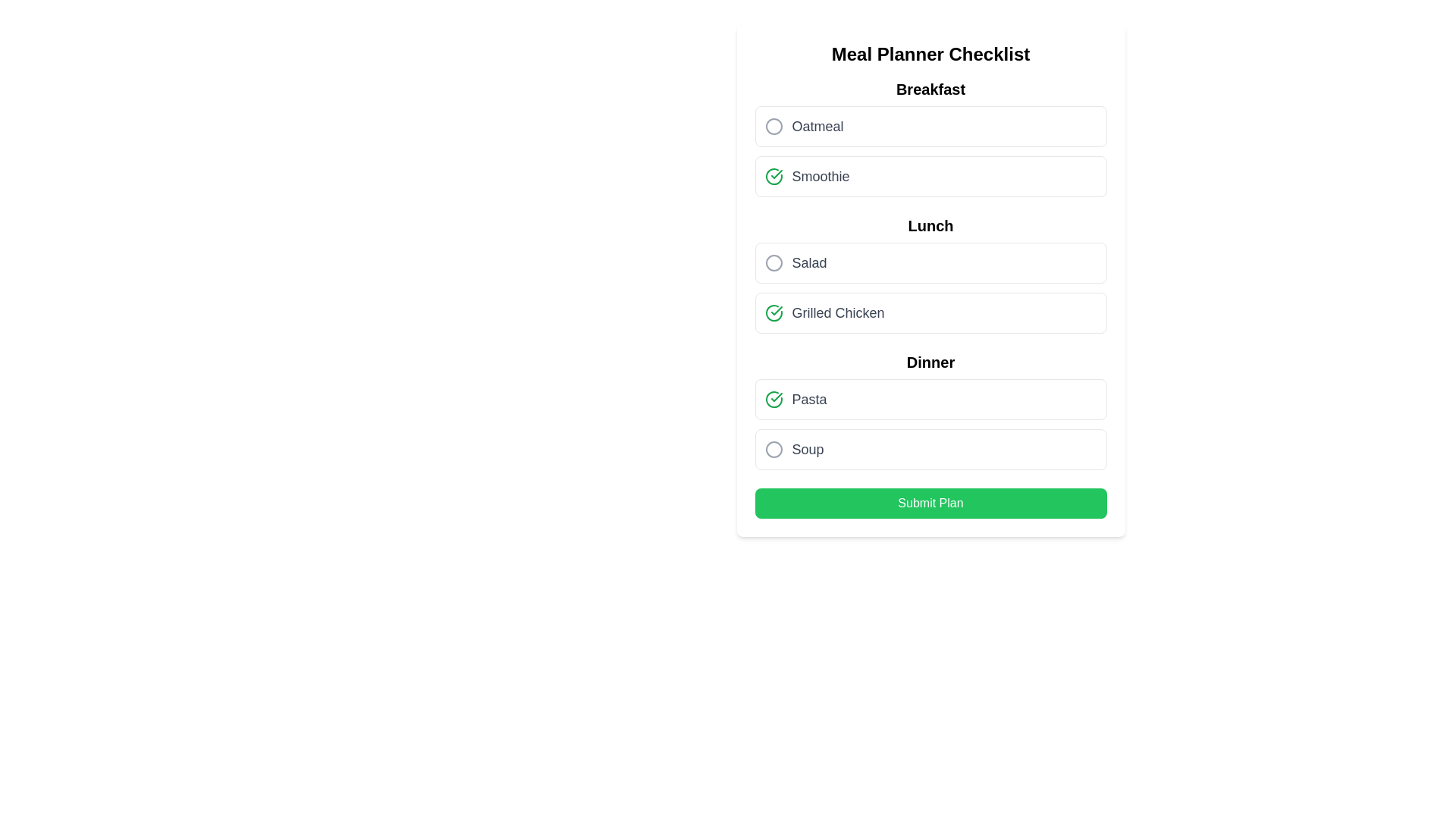  What do you see at coordinates (773, 449) in the screenshot?
I see `the circular icon indicator in the Dinner section of the Meal Planner Checklist` at bounding box center [773, 449].